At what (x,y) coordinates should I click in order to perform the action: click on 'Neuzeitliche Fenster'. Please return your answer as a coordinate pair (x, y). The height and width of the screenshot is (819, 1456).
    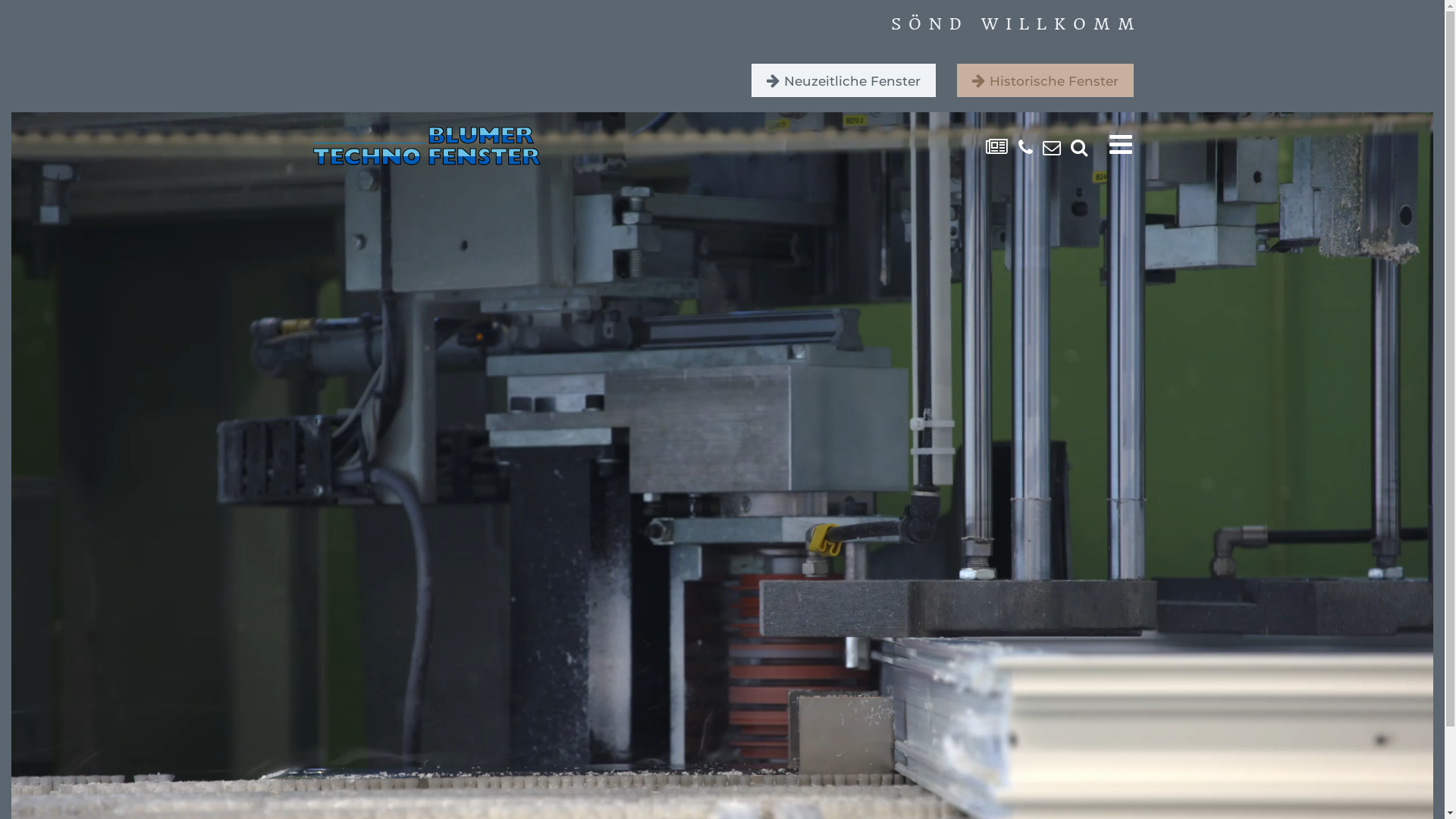
    Looking at the image, I should click on (842, 80).